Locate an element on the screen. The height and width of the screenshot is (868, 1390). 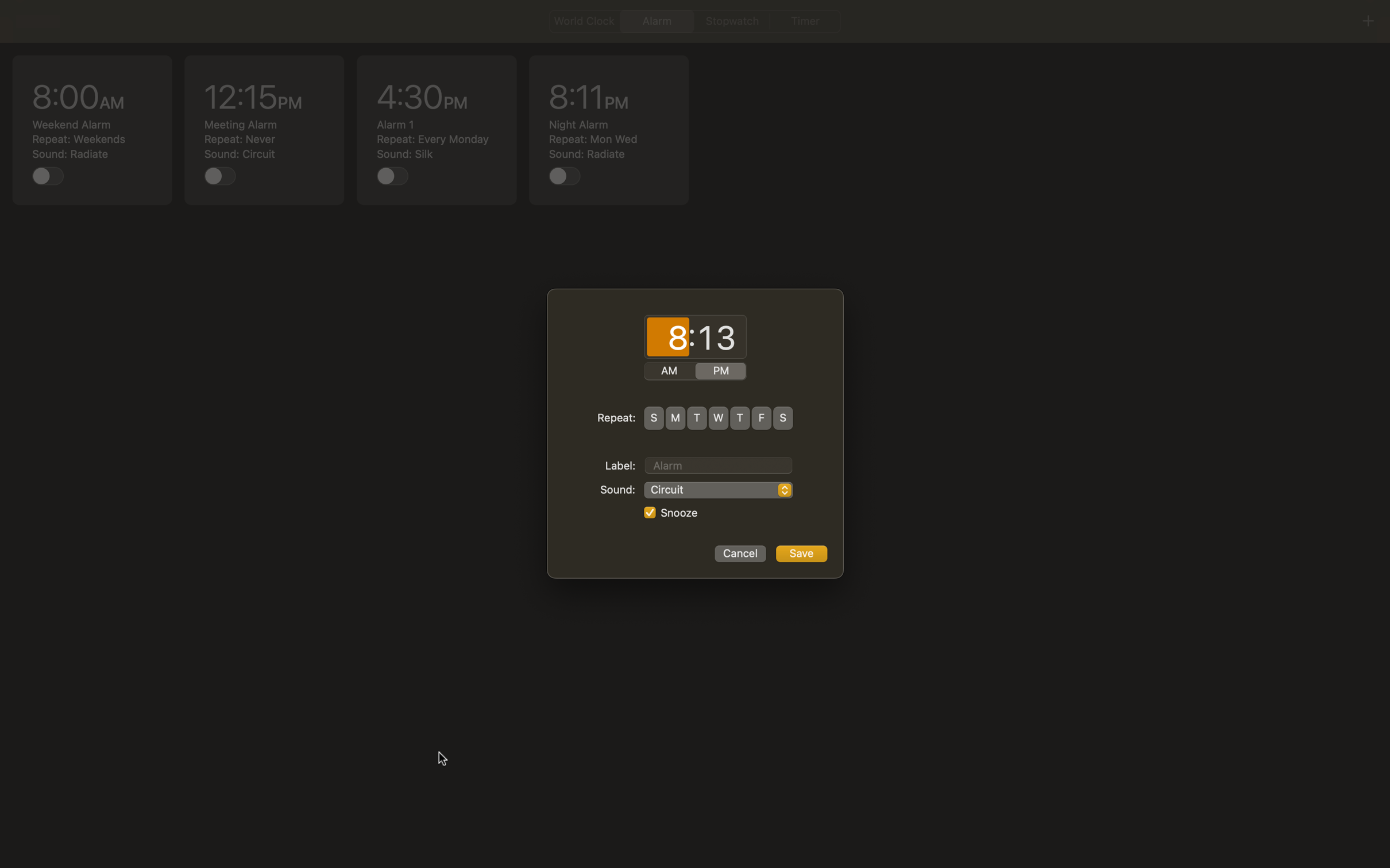
Program the alarm to activate from Monday to Friday is located at coordinates (675, 417).